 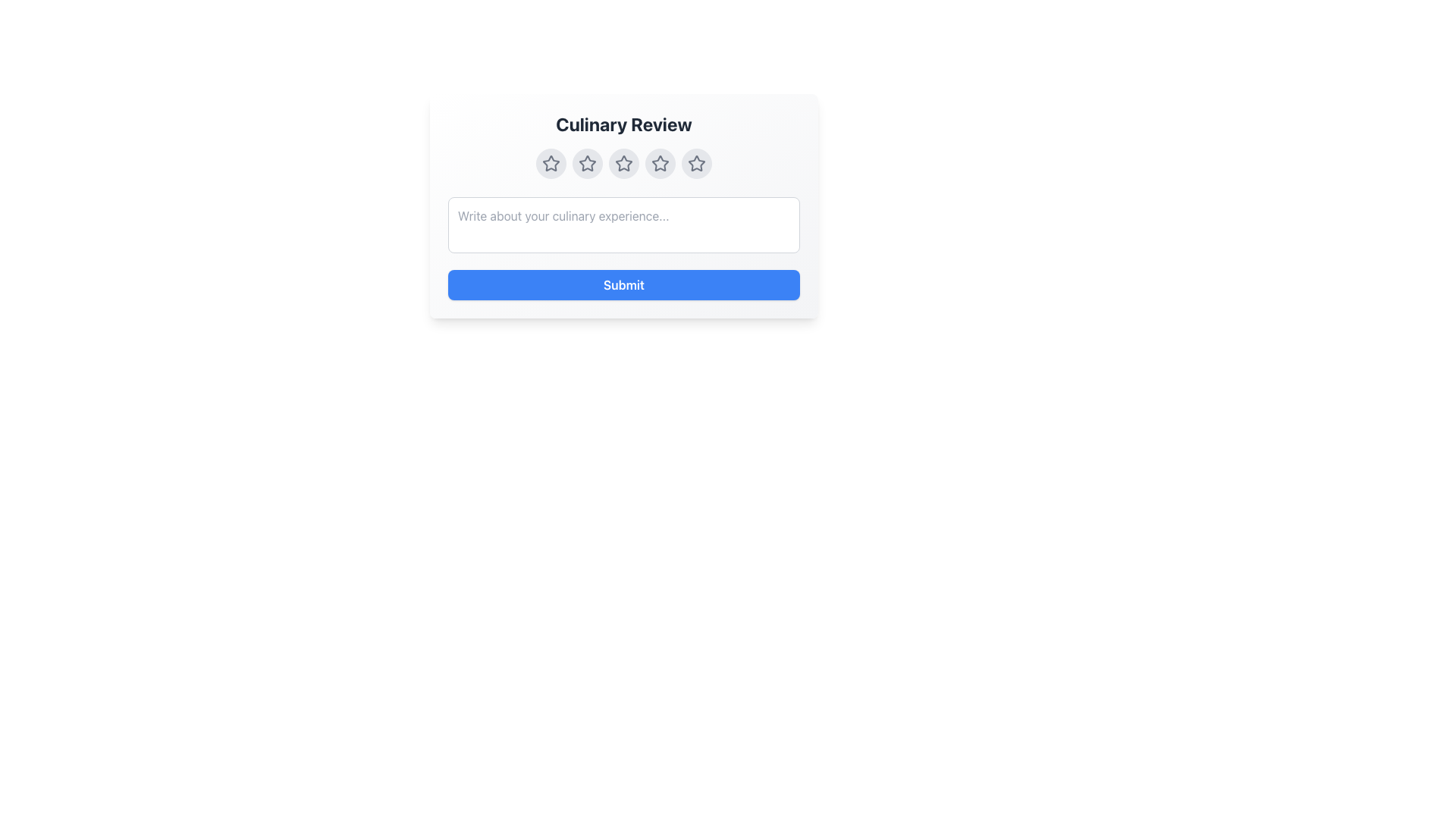 What do you see at coordinates (623, 206) in the screenshot?
I see `the text input field for 'Culinary Review' using the tab key` at bounding box center [623, 206].